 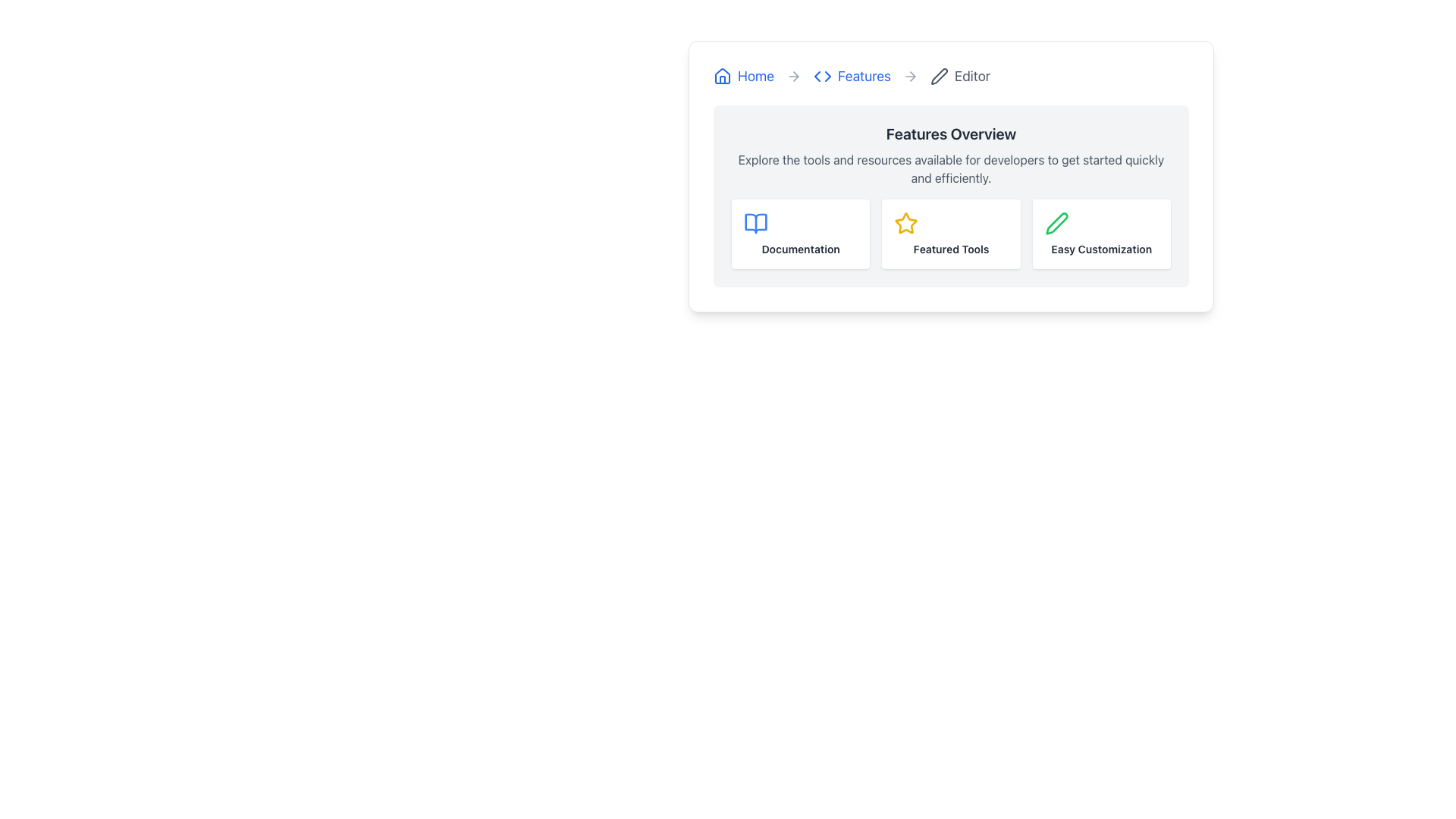 I want to click on the rightward arrow icon in the breadcrumb navigation, which serves as a visual indicator for navigation paths, so click(x=827, y=76).